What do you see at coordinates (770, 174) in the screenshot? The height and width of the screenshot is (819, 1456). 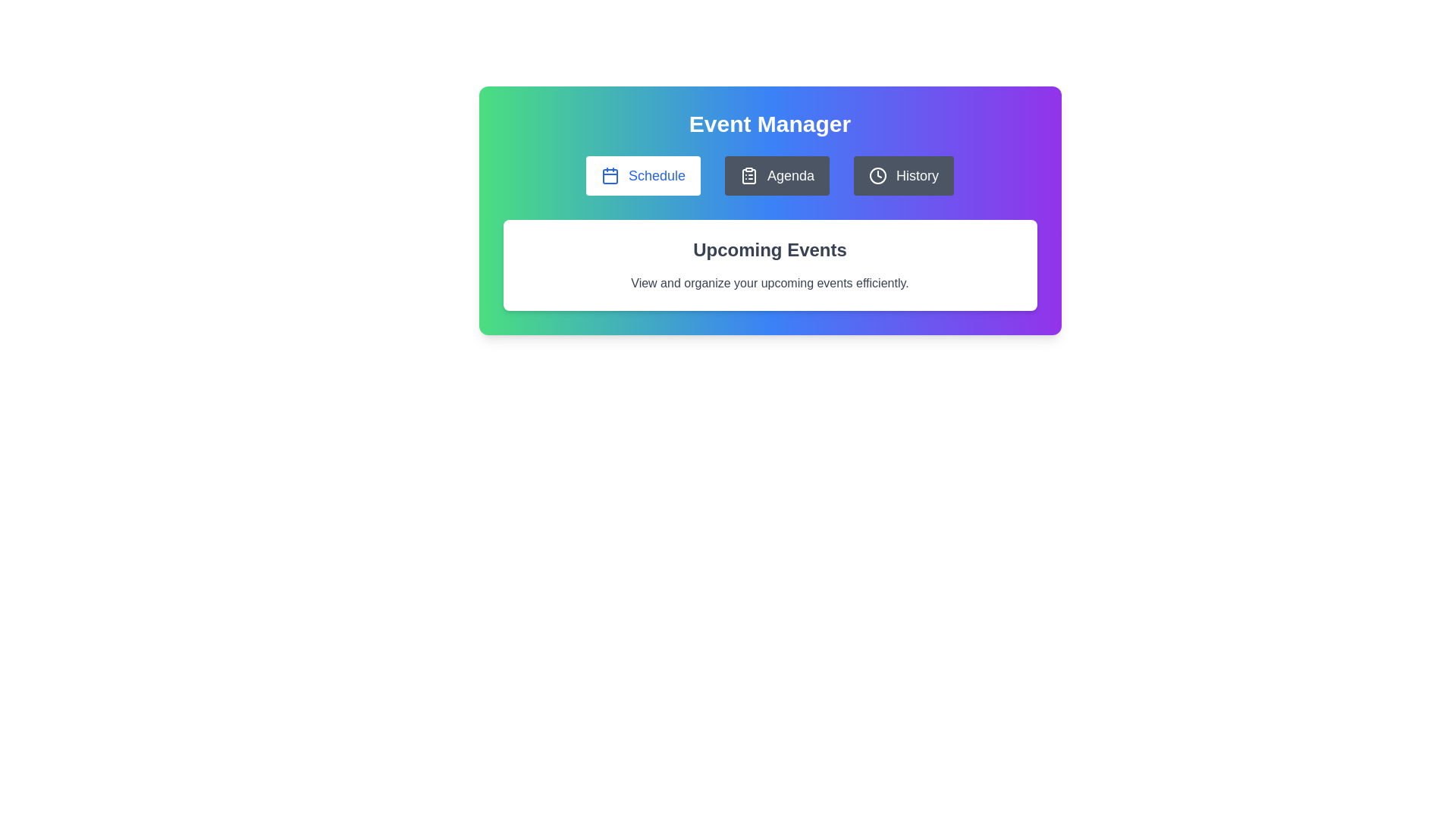 I see `one of the buttons in the Navigation bar of the Event Manager card` at bounding box center [770, 174].